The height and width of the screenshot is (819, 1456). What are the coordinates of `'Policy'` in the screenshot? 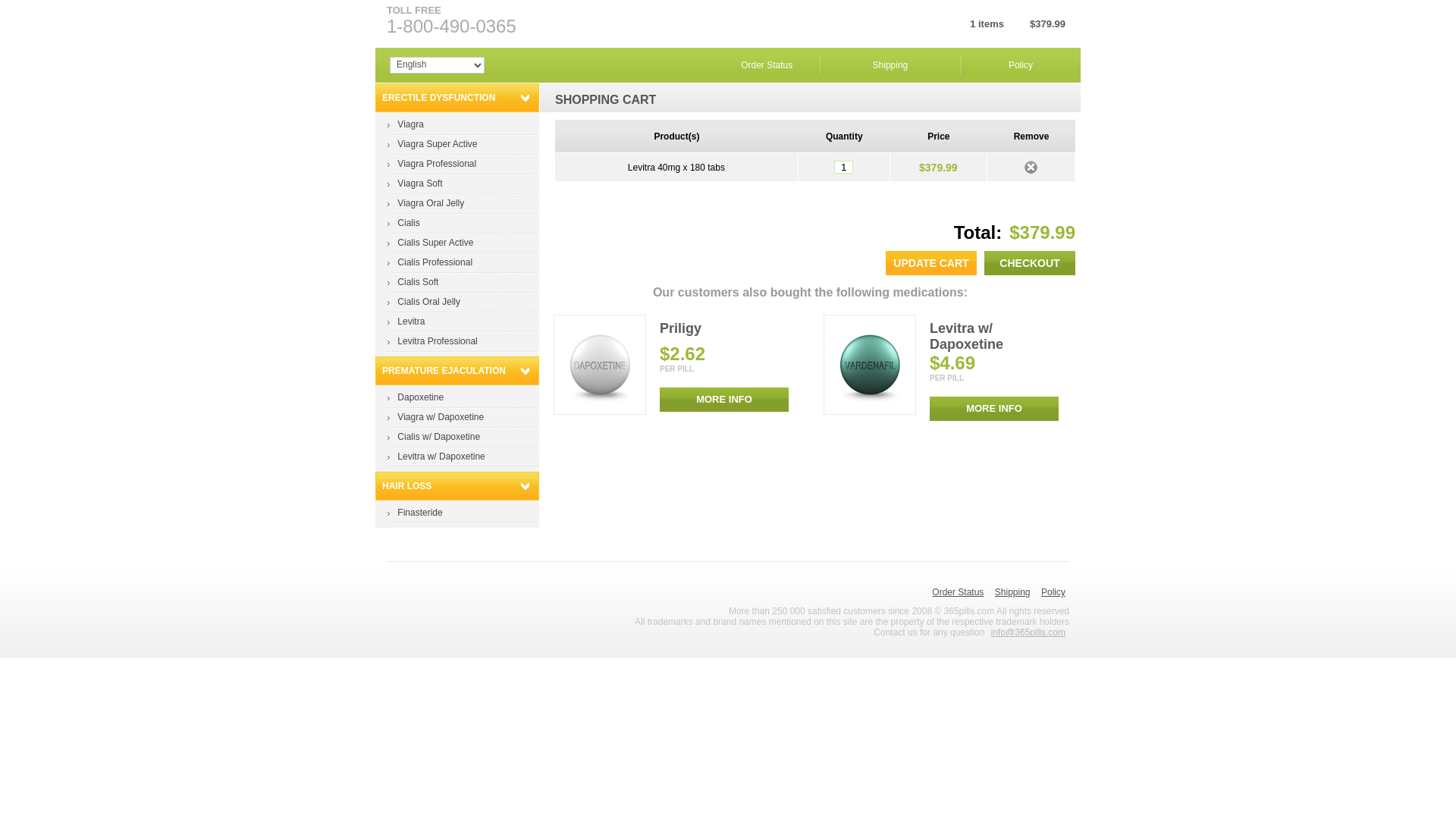 It's located at (1040, 591).